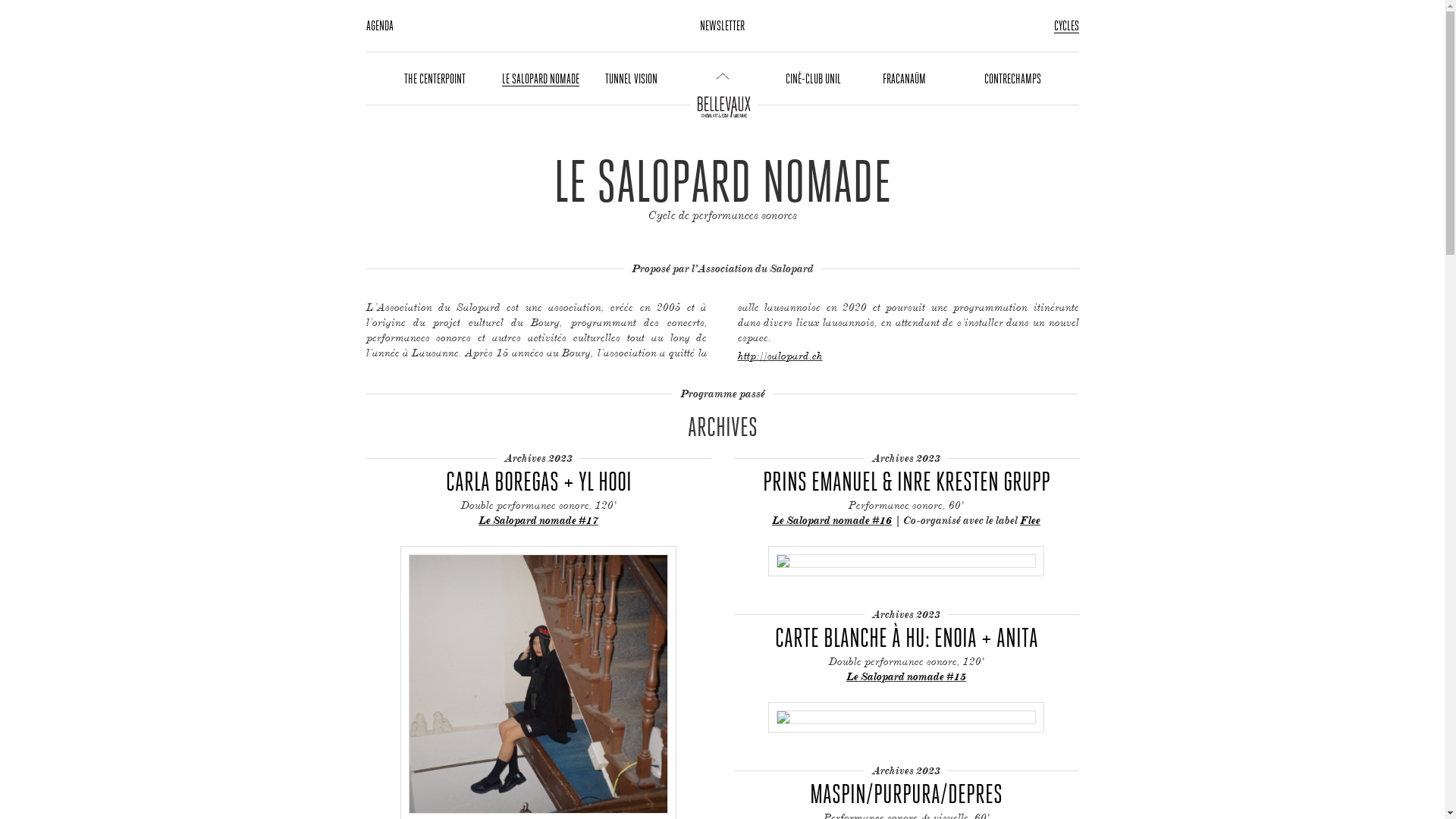  Describe the element at coordinates (433, 78) in the screenshot. I see `'THE CENTERPOINT'` at that location.